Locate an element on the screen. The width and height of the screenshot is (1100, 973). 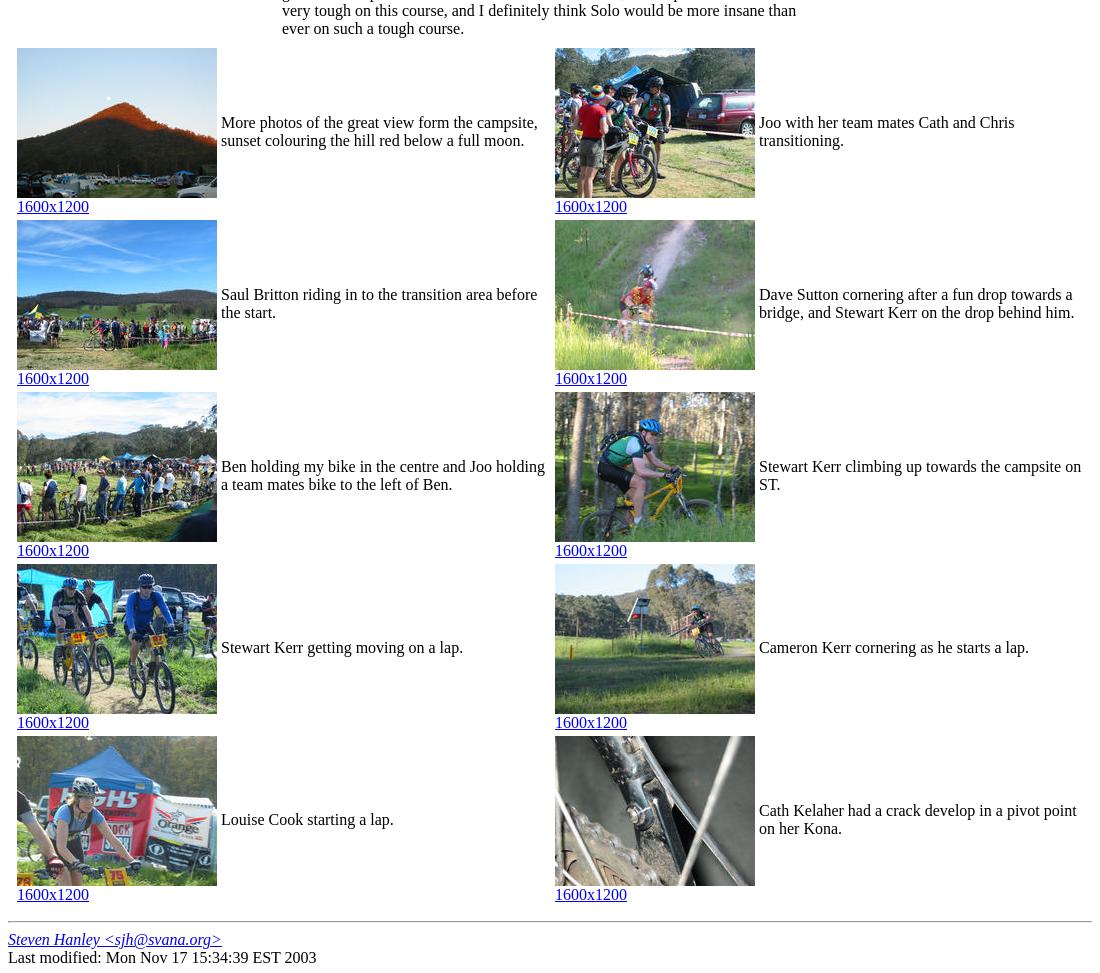
'Saul Britton riding in to the transition area before the start.' is located at coordinates (378, 303).